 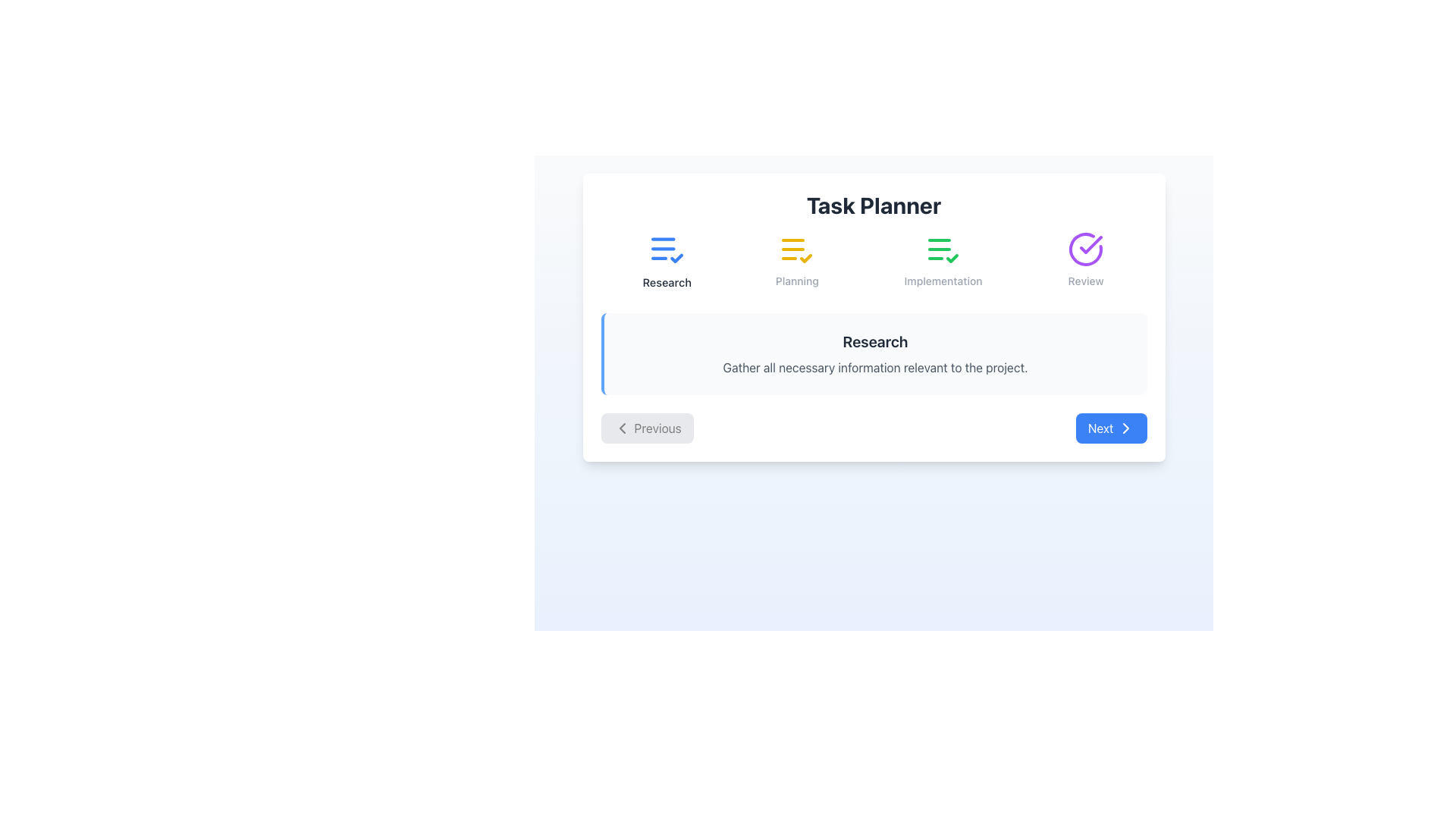 I want to click on the static text element that reads 'Gather all necessary information relevant to the project.' which is styled in light gray and positioned below the header 'Research', so click(x=875, y=368).